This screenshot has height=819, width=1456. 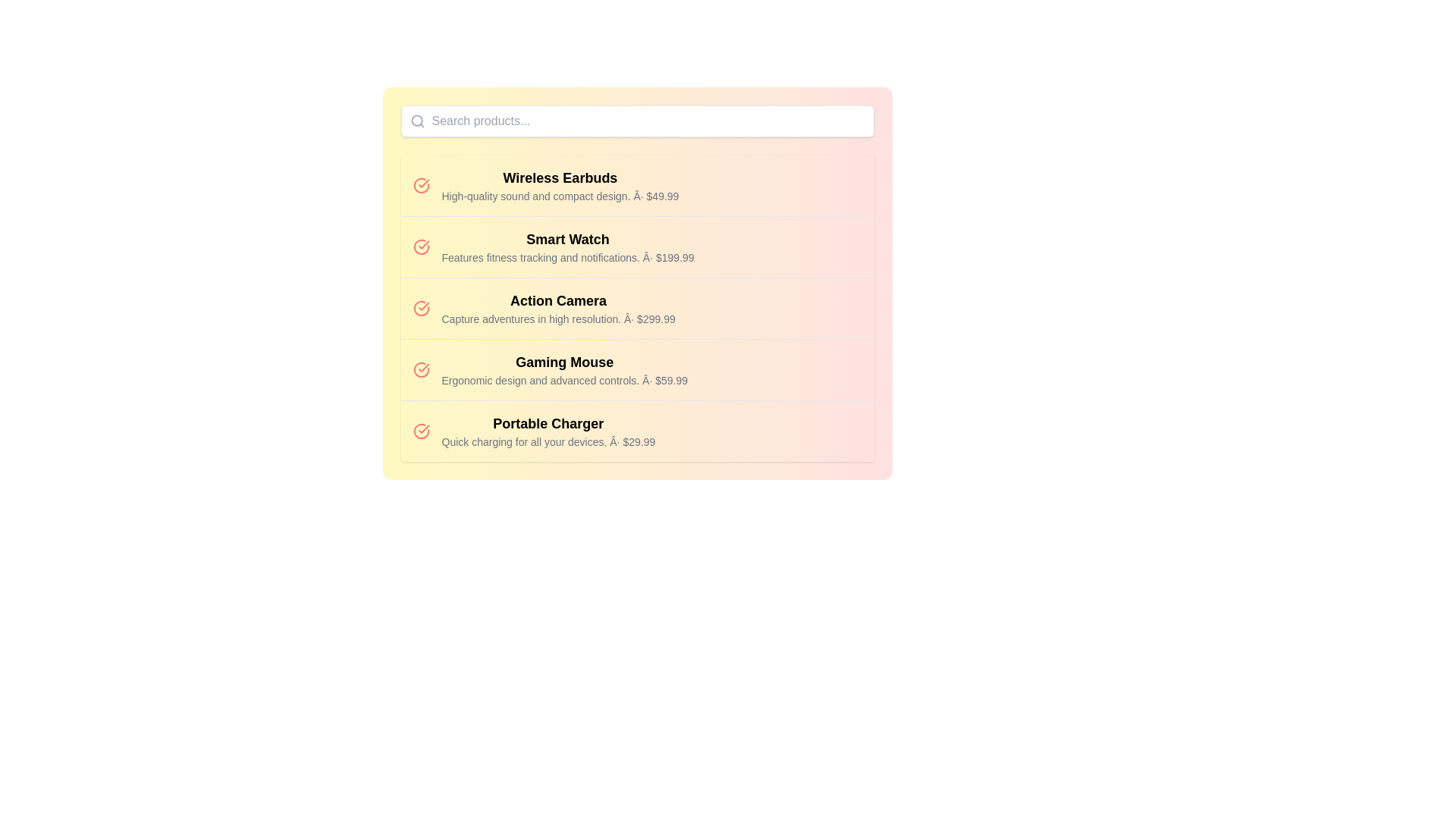 I want to click on the 'Portable Charger' text block which features a bold title and a description, located in a vertically stacked list of products, so click(x=548, y=431).